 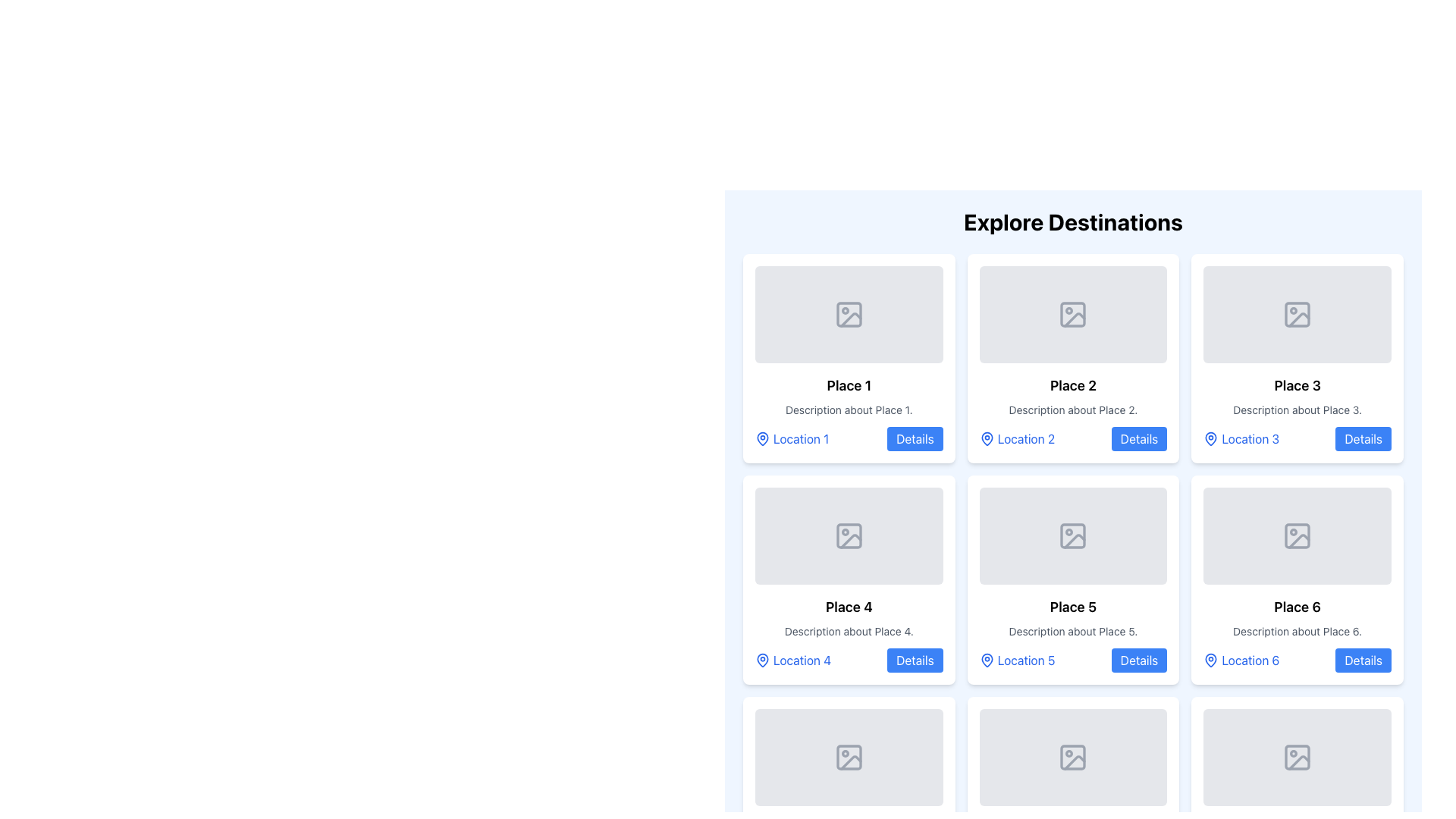 I want to click on the small light gray rectangular box with rounded corners located inside the image icon in the upper-right region of the placeholder for Place 3 in the Explore Destinations section, so click(x=1297, y=314).